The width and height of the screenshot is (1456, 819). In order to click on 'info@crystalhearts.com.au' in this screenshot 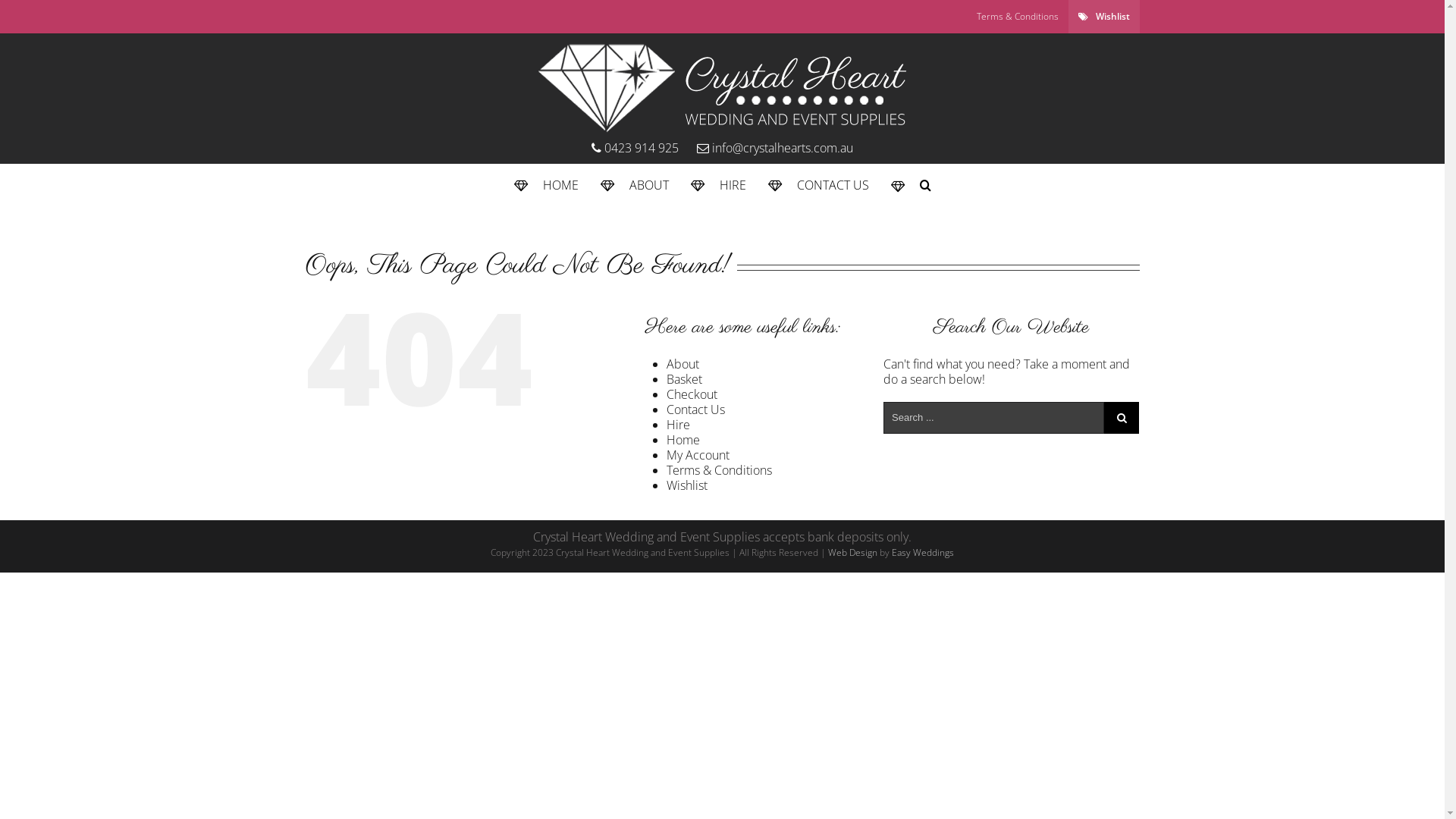, I will do `click(767, 148)`.